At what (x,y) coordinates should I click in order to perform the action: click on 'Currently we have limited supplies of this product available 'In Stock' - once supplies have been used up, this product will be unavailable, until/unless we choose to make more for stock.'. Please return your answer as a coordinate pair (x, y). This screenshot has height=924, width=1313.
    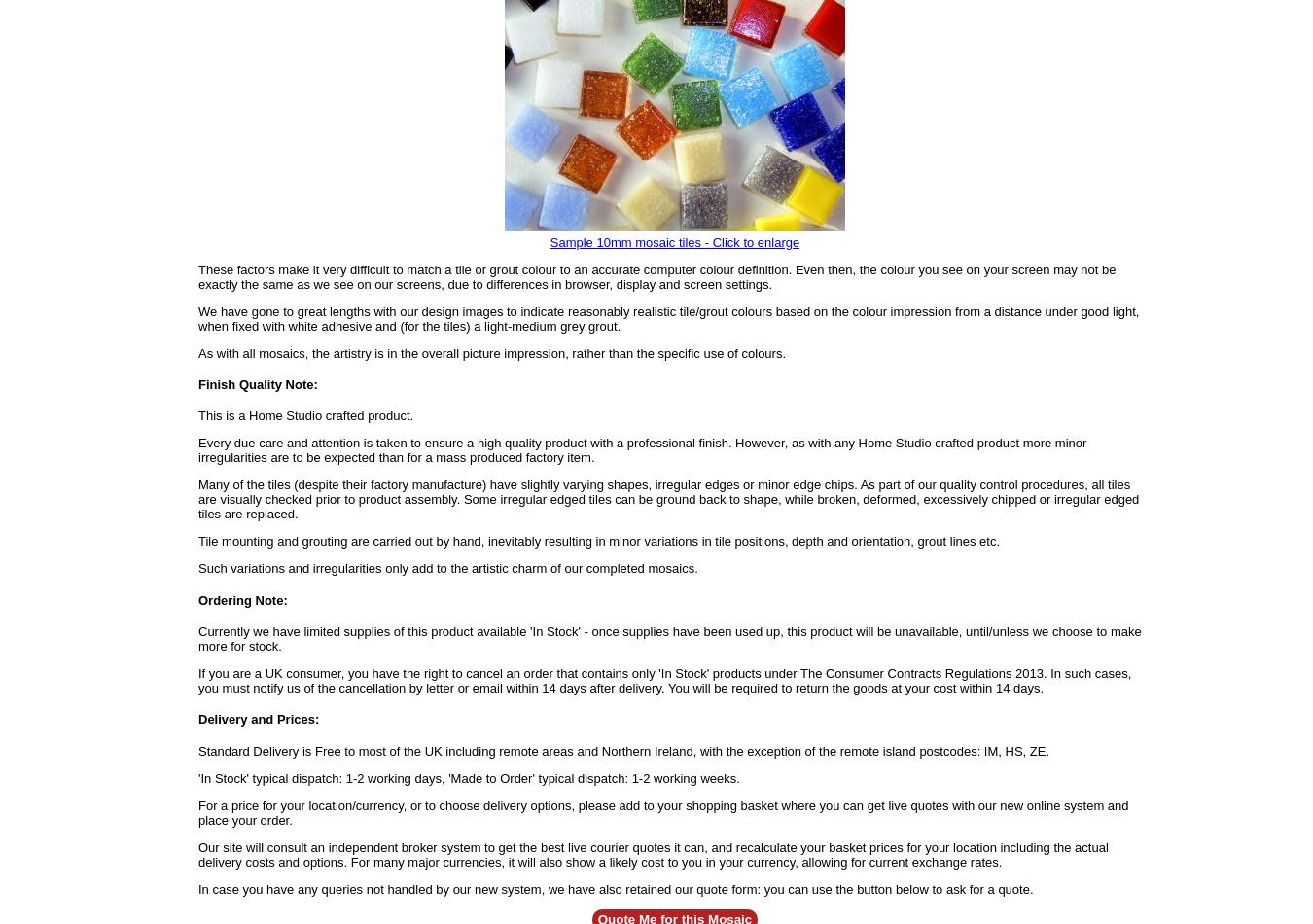
    Looking at the image, I should click on (668, 637).